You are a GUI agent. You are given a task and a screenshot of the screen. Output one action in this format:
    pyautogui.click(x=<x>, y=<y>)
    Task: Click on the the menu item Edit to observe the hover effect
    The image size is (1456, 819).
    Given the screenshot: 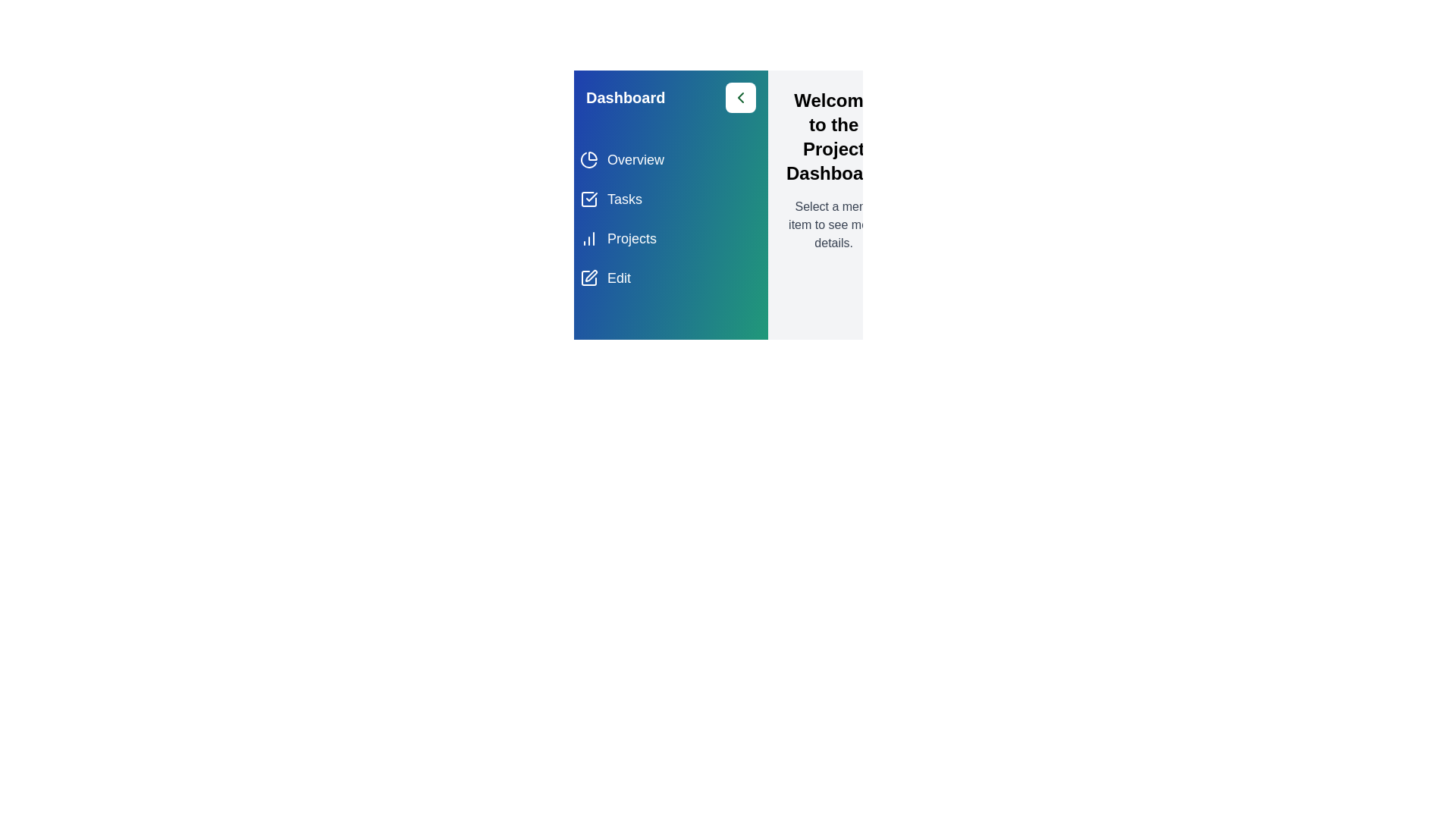 What is the action you would take?
    pyautogui.click(x=670, y=278)
    